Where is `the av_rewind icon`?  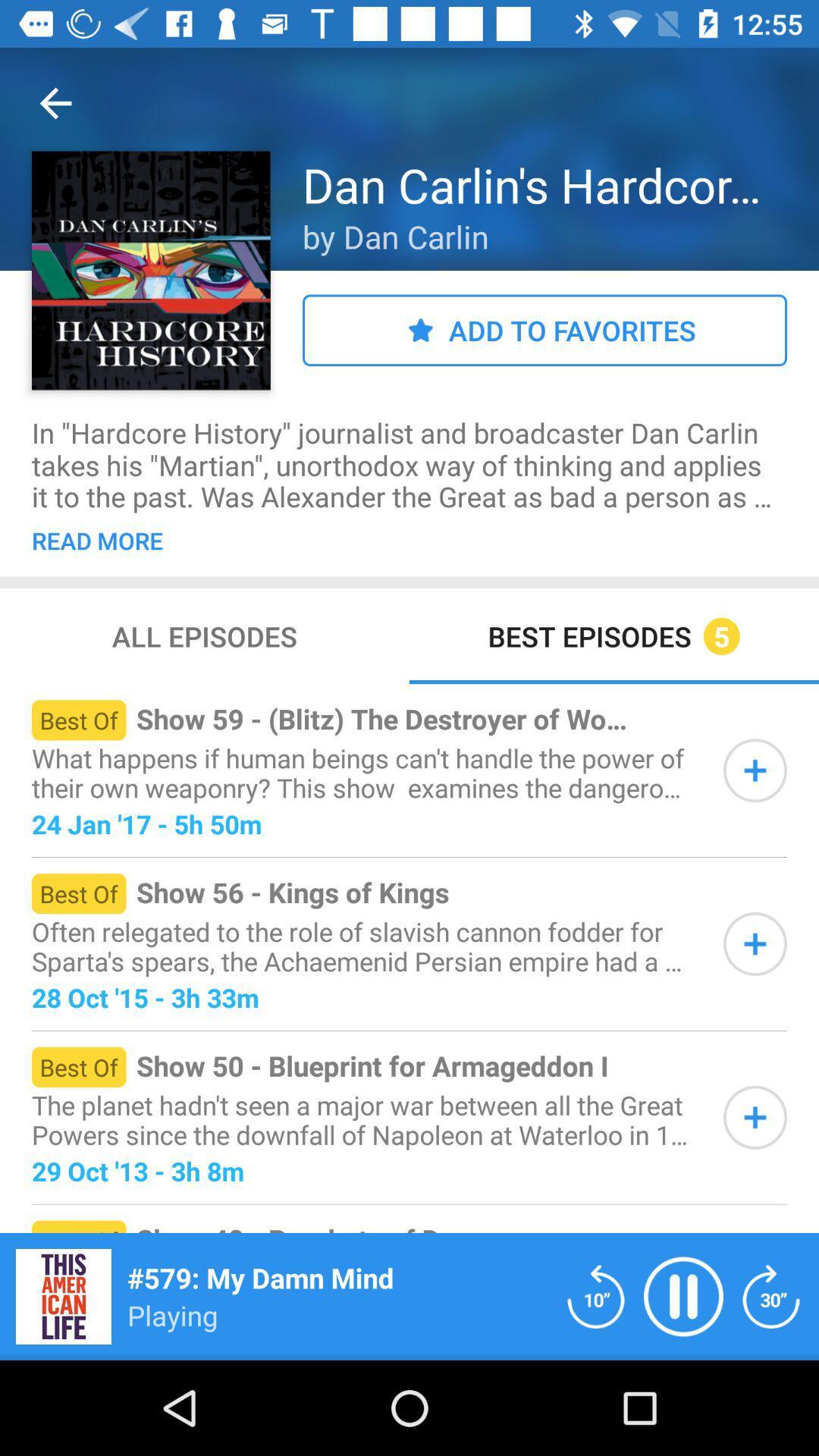
the av_rewind icon is located at coordinates (595, 1295).